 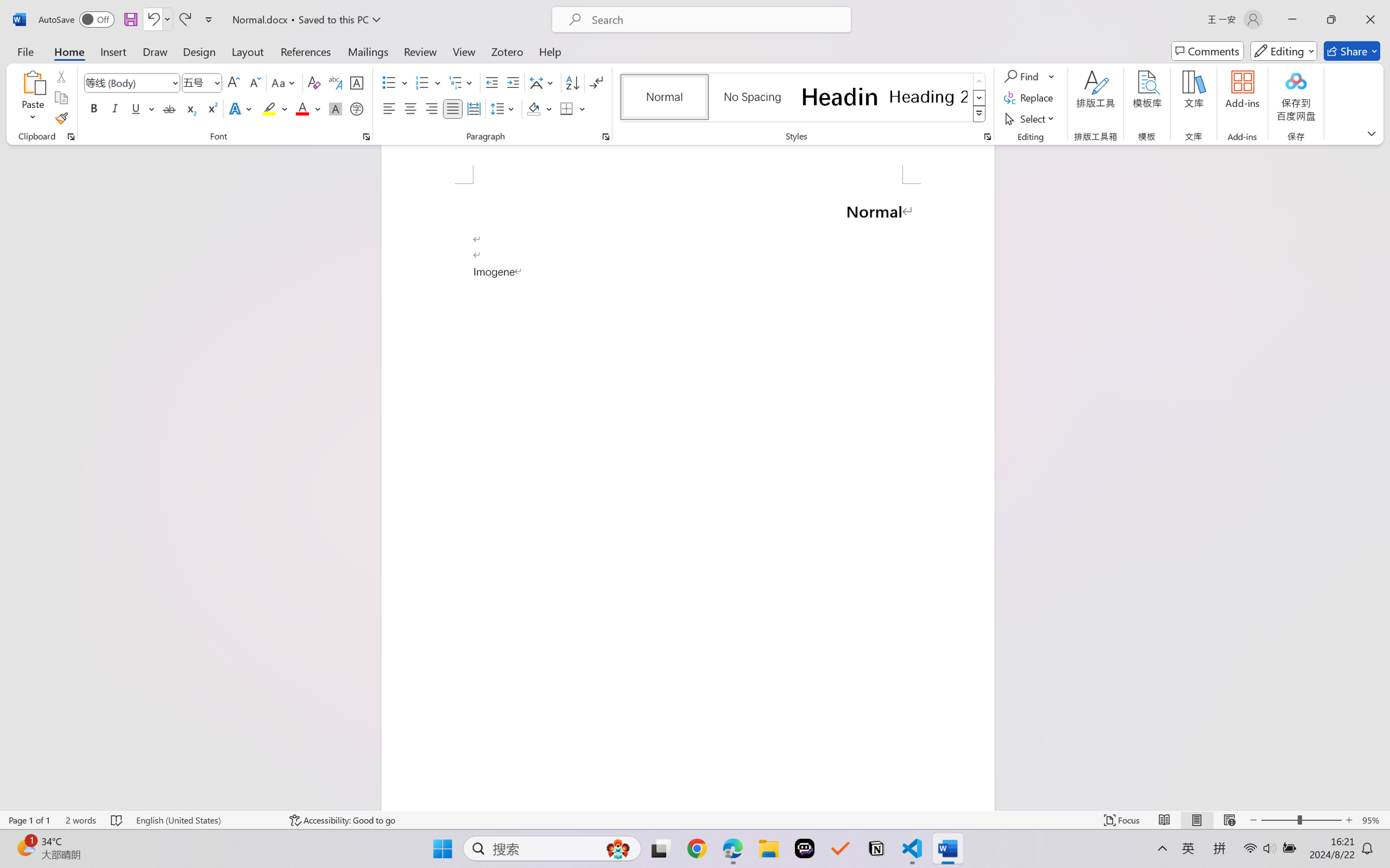 I want to click on 'AutomationID: QuickStylesGallery', so click(x=802, y=98).